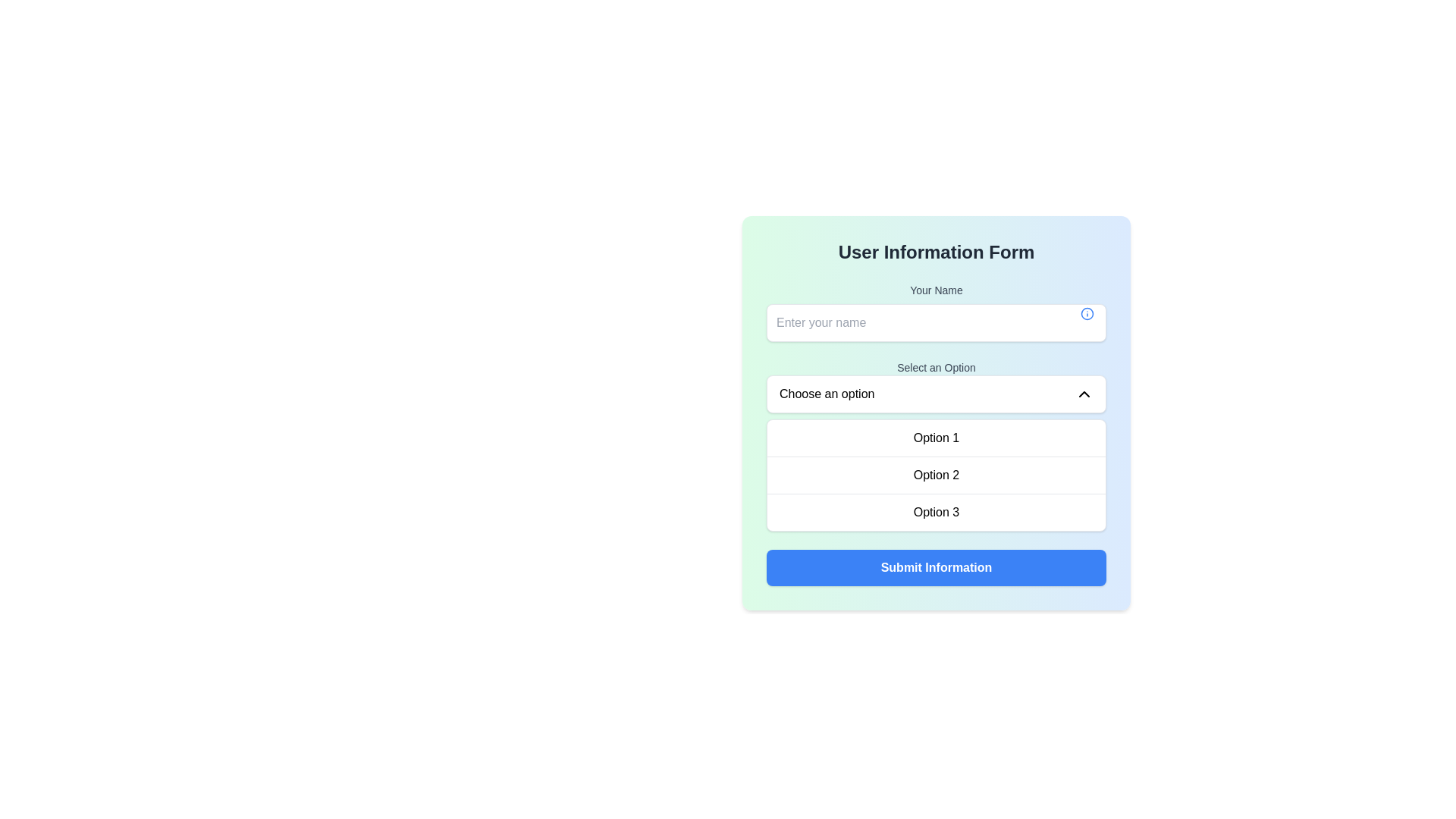 The image size is (1456, 819). Describe the element at coordinates (935, 290) in the screenshot. I see `the label above the text input field for entering the user's name in the 'User Information Form'` at that location.